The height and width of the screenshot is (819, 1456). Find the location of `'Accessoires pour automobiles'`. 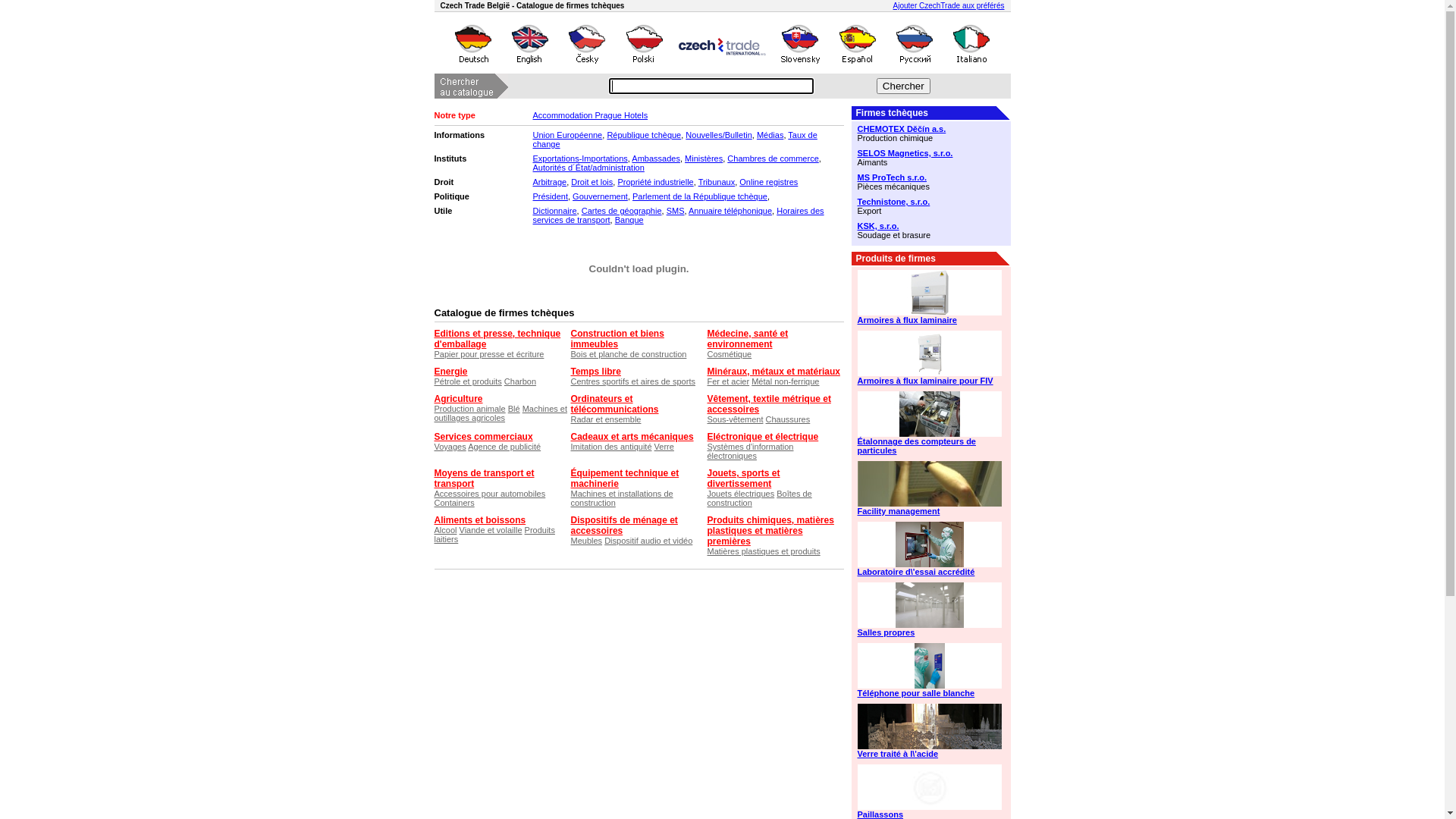

'Accessoires pour automobiles' is located at coordinates (432, 494).